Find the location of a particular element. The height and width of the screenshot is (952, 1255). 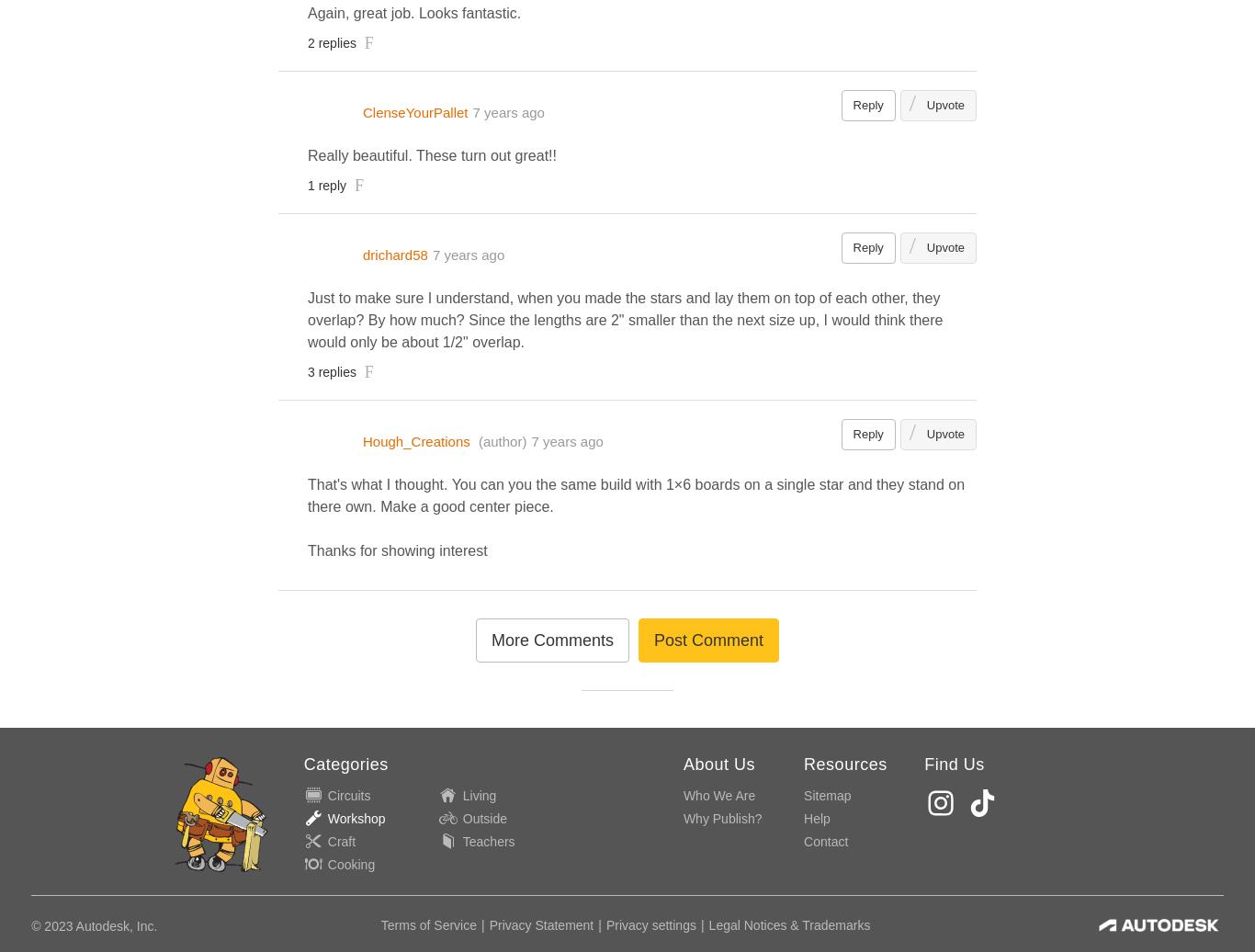

'That's what I thought.  You can you the same build with 1×6 boards on a single star and they stand on there own.  Make a good center piece.' is located at coordinates (636, 494).